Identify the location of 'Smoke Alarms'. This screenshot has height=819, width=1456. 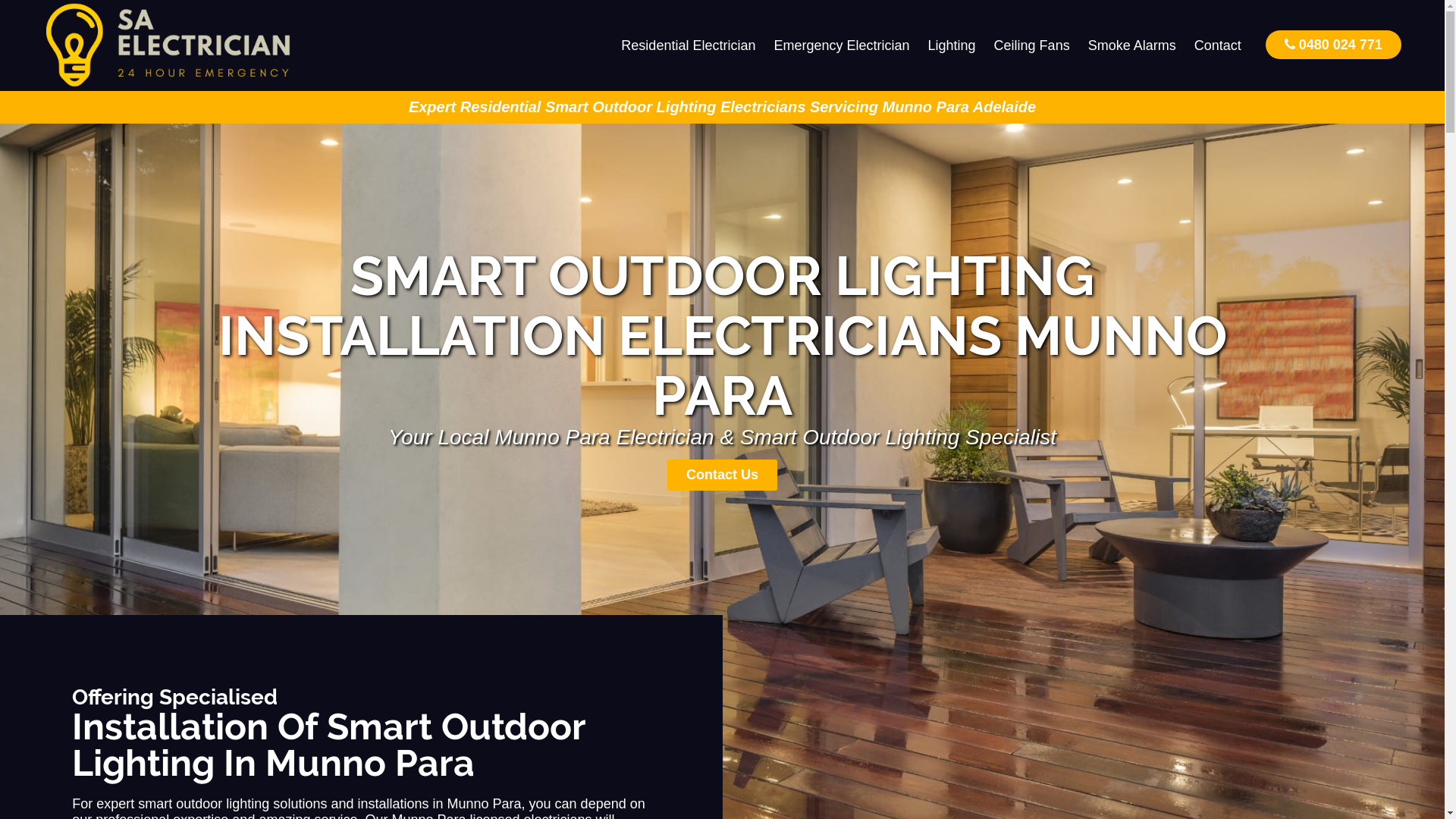
(1131, 45).